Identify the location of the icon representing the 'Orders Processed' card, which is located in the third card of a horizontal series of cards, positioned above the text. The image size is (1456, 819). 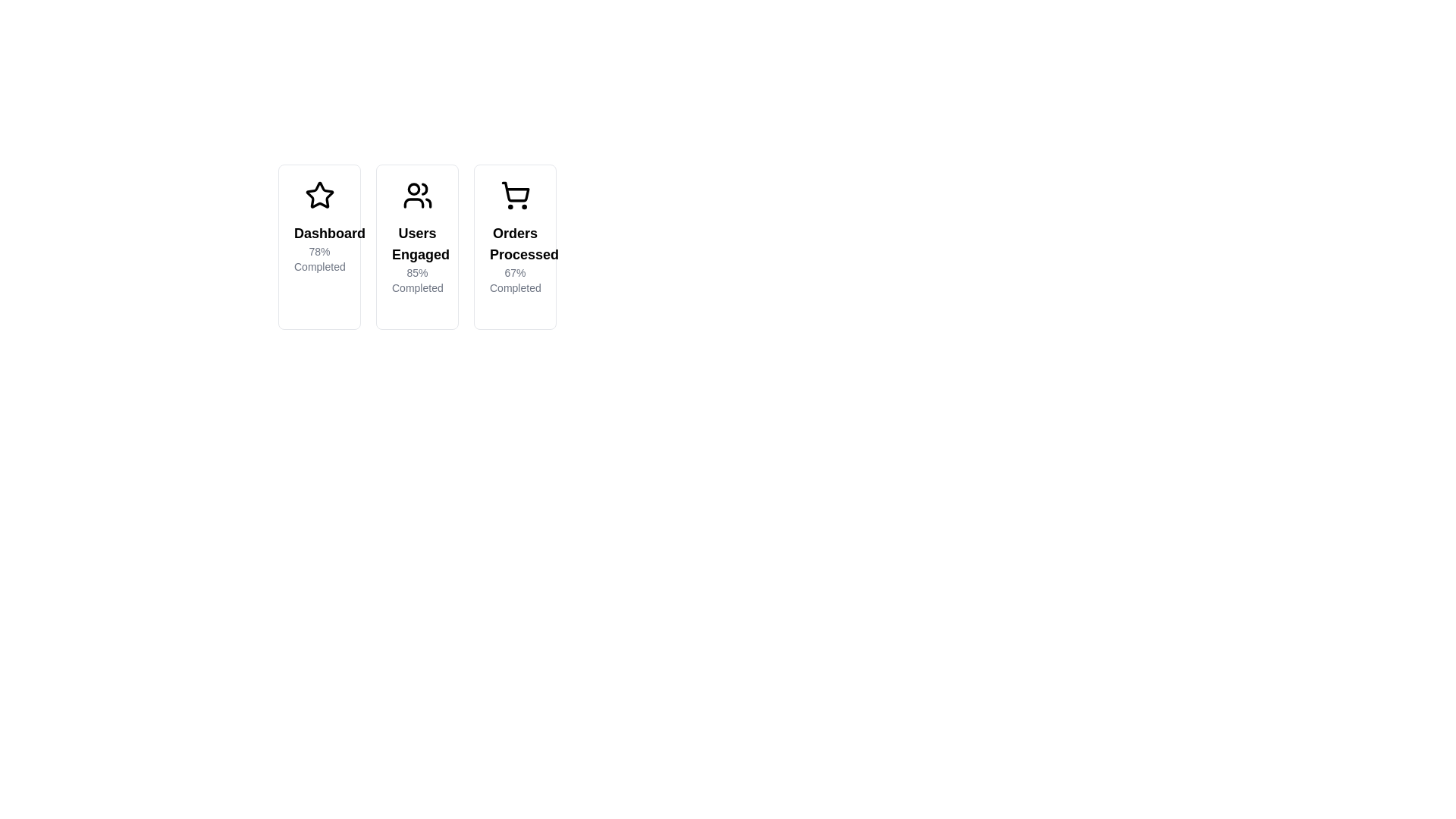
(515, 195).